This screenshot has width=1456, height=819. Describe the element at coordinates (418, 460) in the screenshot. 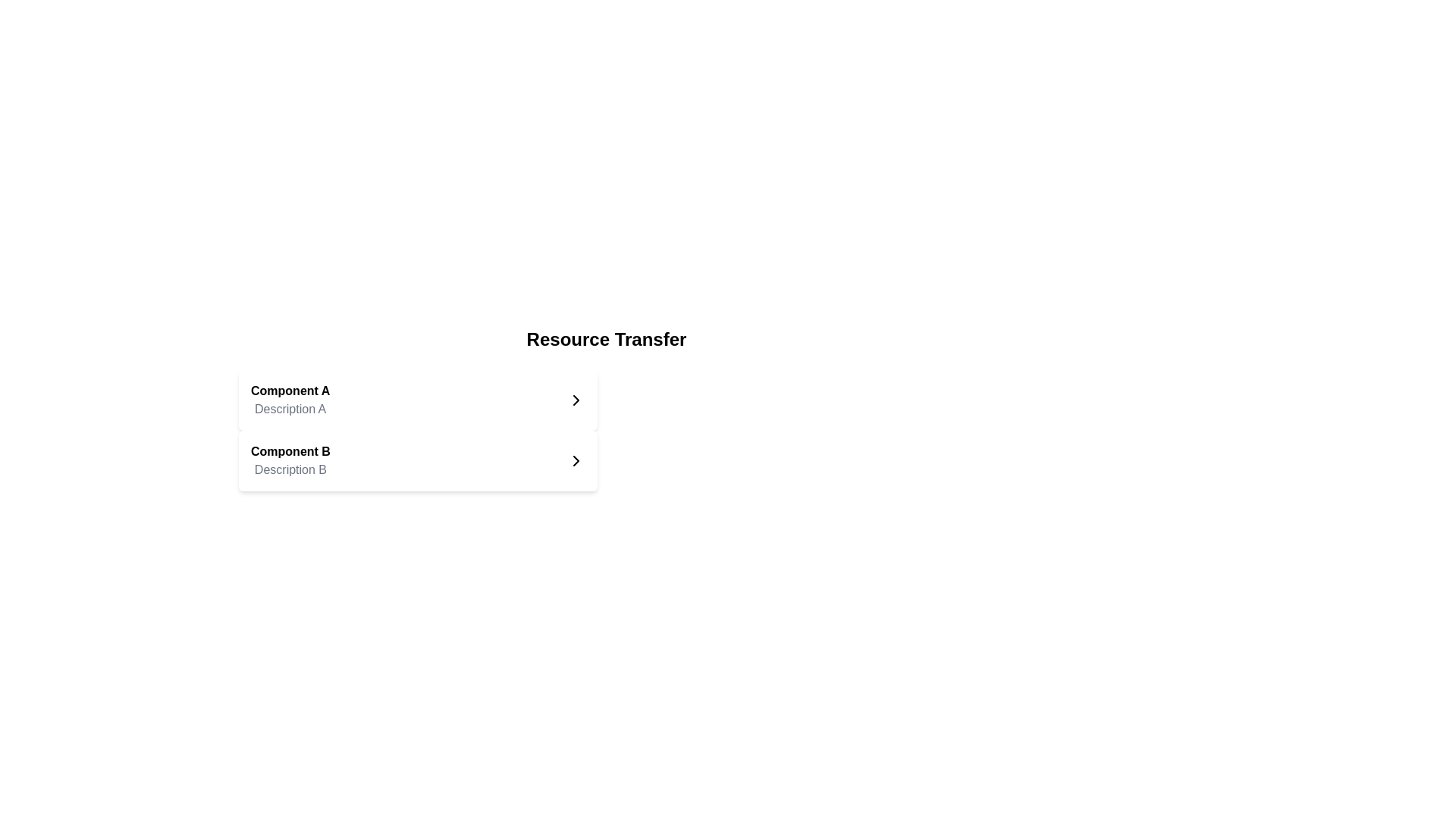

I see `the interactive card or list item component related to 'Component B' located beneath 'Component A' in the vertically stacked list` at that location.